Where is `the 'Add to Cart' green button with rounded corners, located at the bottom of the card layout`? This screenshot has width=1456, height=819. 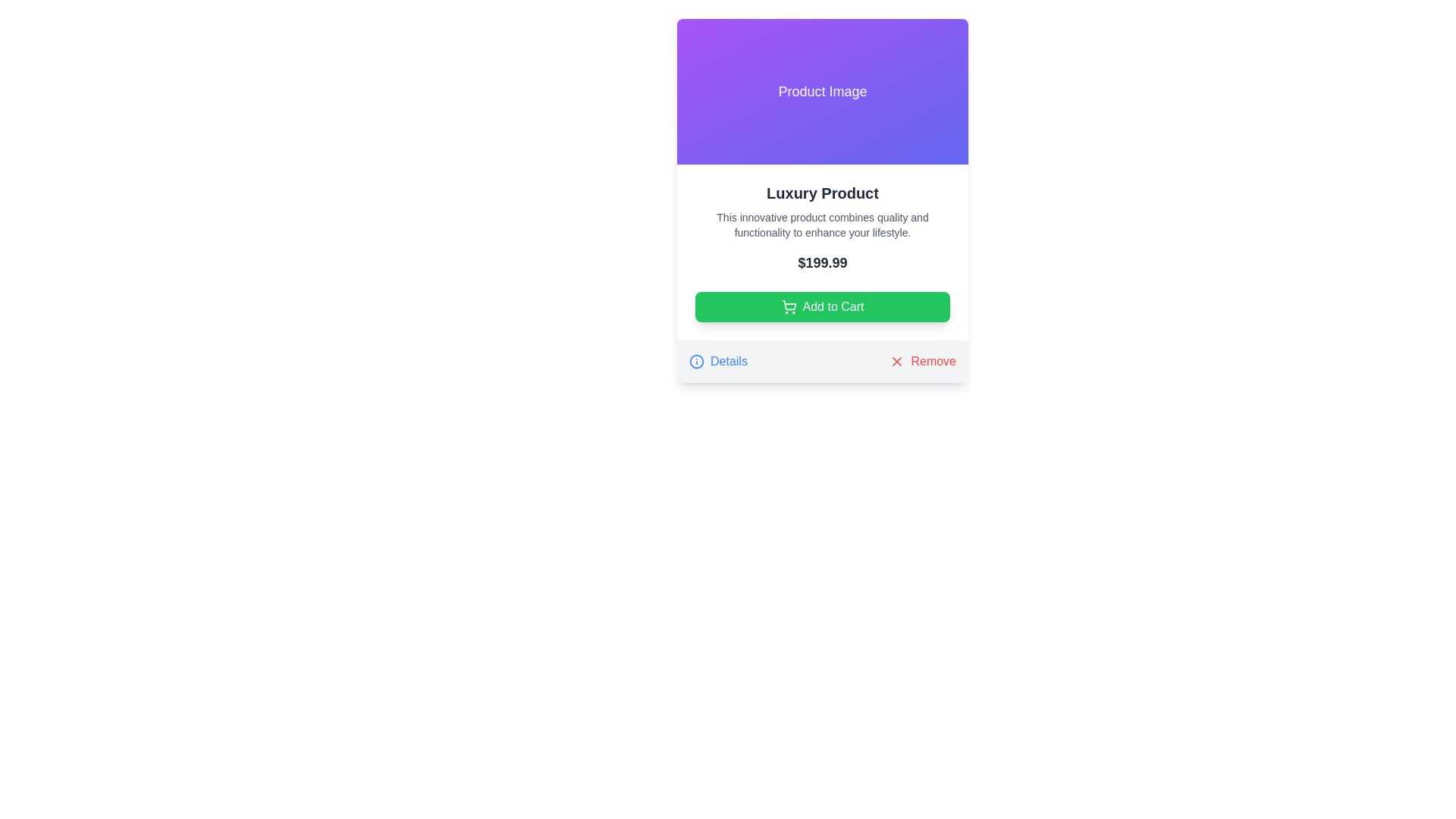 the 'Add to Cart' green button with rounded corners, located at the bottom of the card layout is located at coordinates (821, 307).